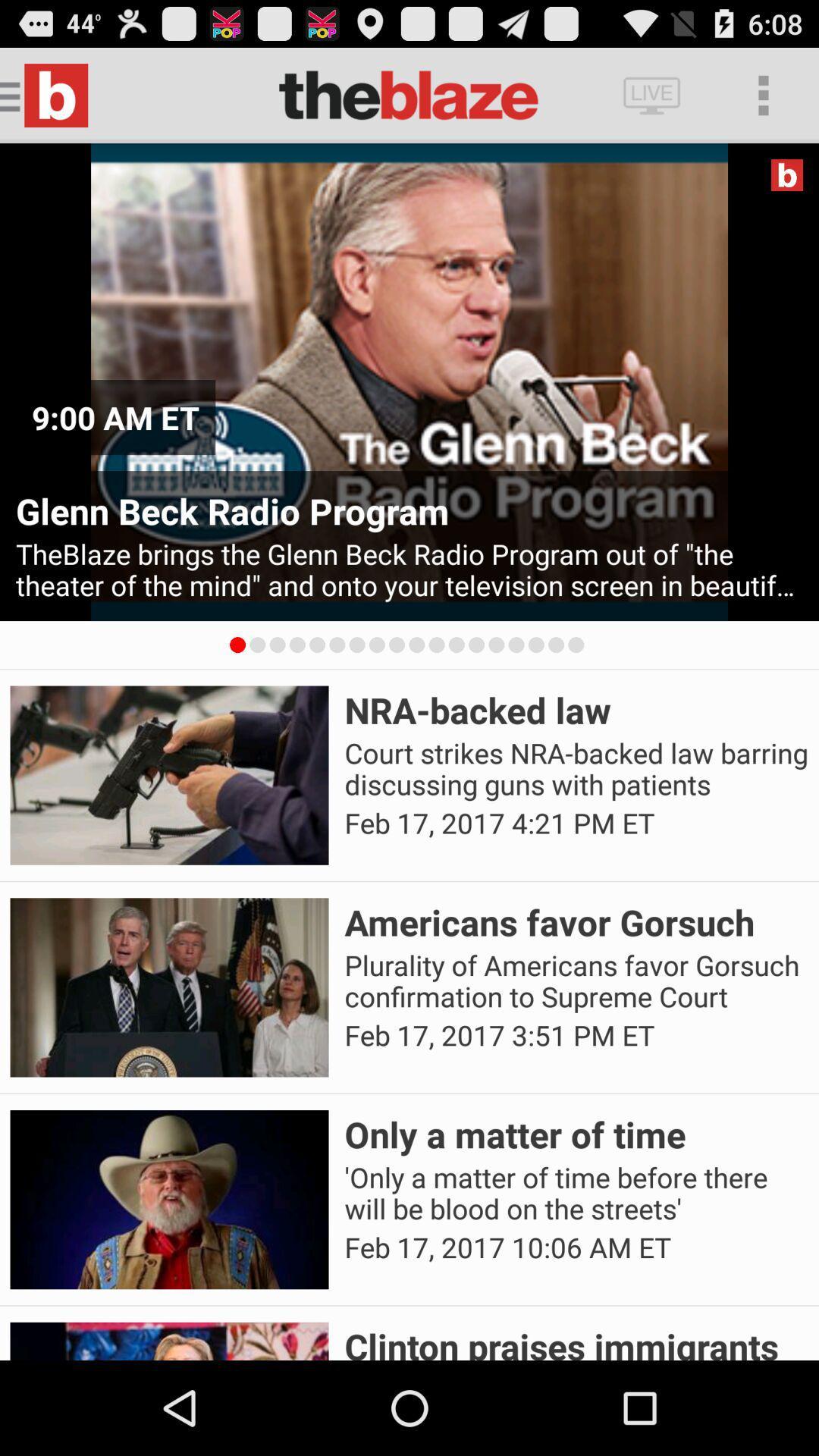 Image resolution: width=819 pixels, height=1456 pixels. What do you see at coordinates (576, 1341) in the screenshot?
I see `icon below feb 17 2017 icon` at bounding box center [576, 1341].